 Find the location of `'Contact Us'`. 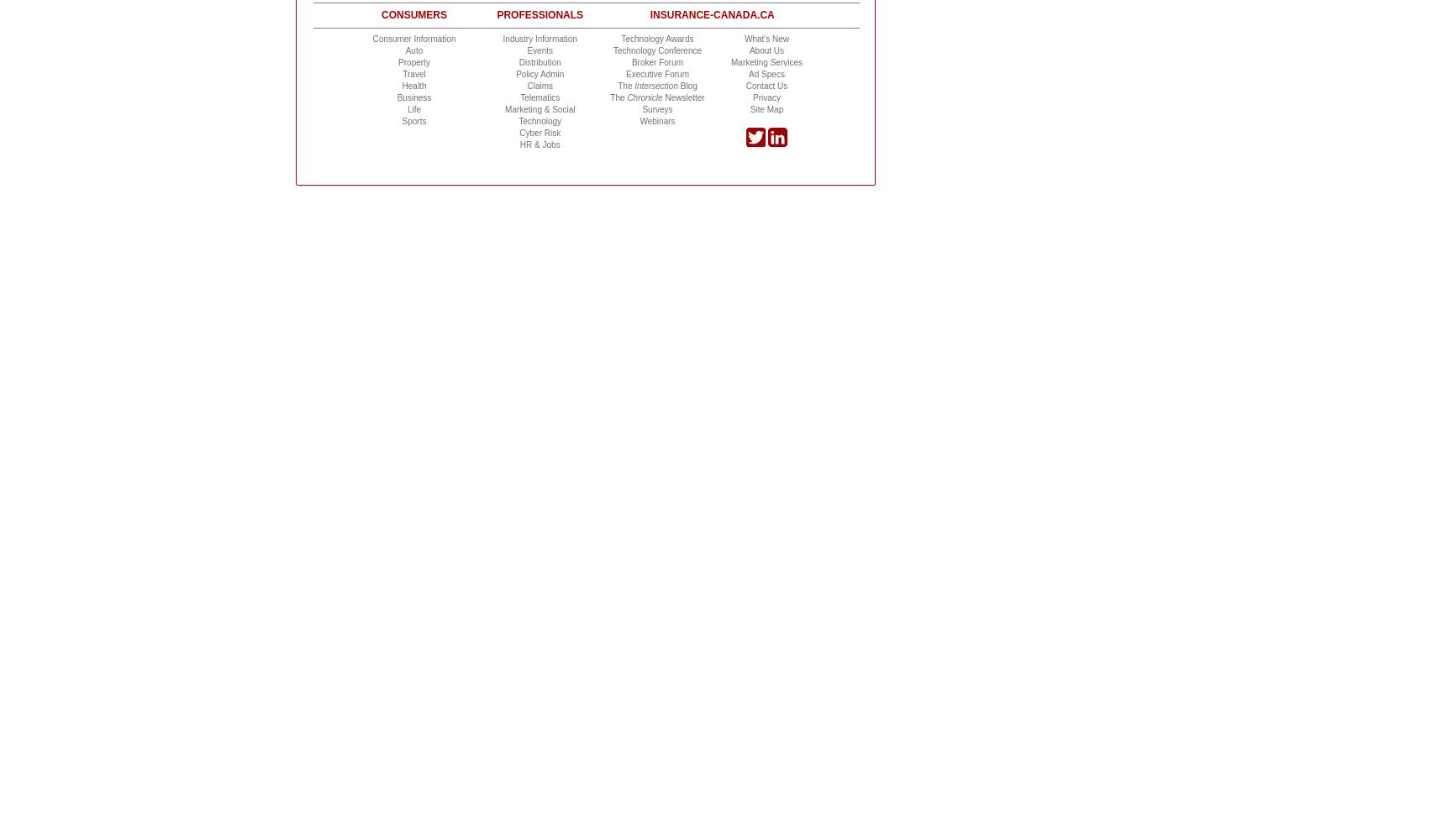

'Contact Us' is located at coordinates (766, 84).